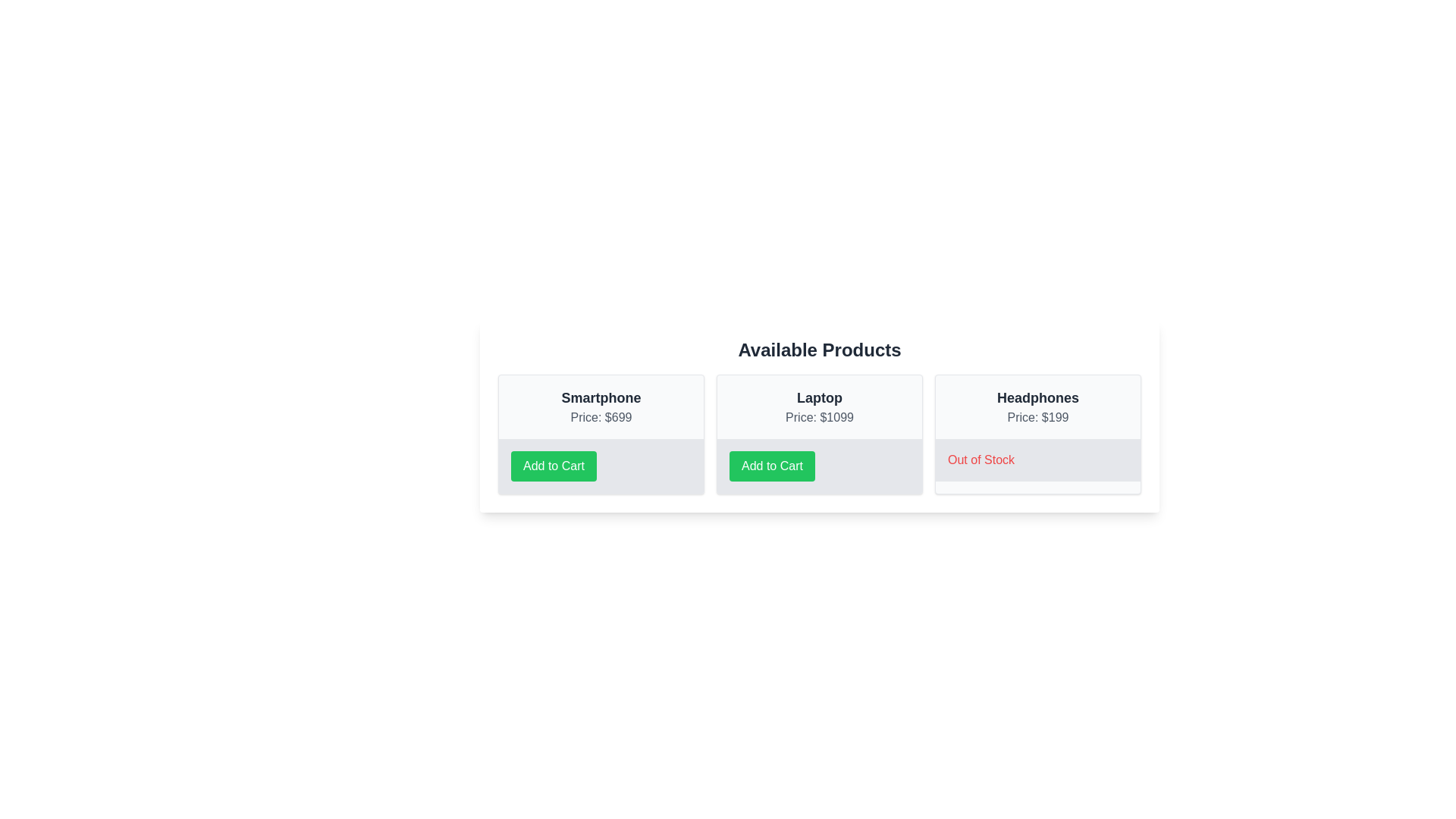 The image size is (1456, 819). Describe the element at coordinates (772, 465) in the screenshot. I see `the 'Add Laptop to Cart' button` at that location.